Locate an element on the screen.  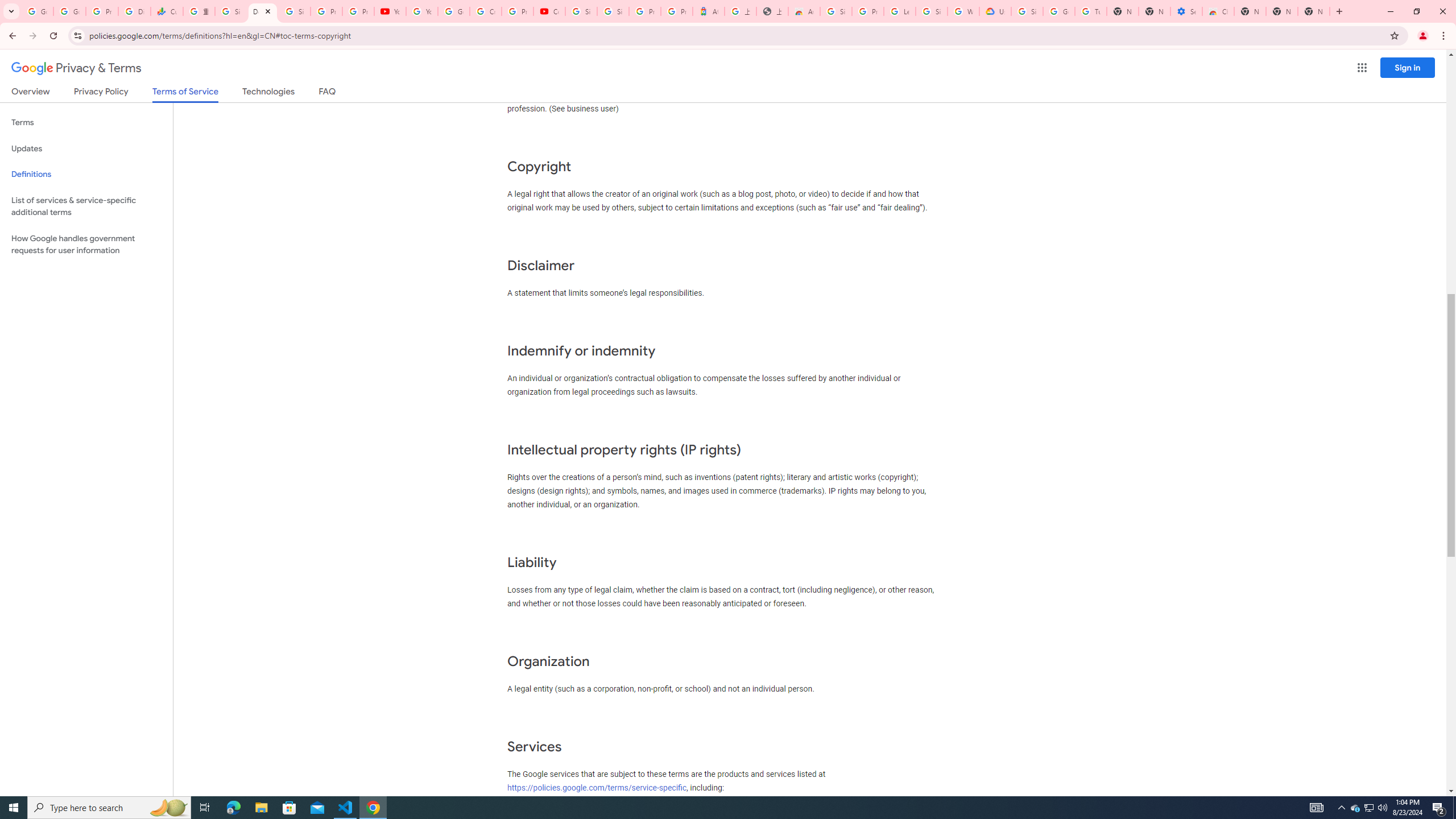
'Google Account Help' is located at coordinates (453, 11).